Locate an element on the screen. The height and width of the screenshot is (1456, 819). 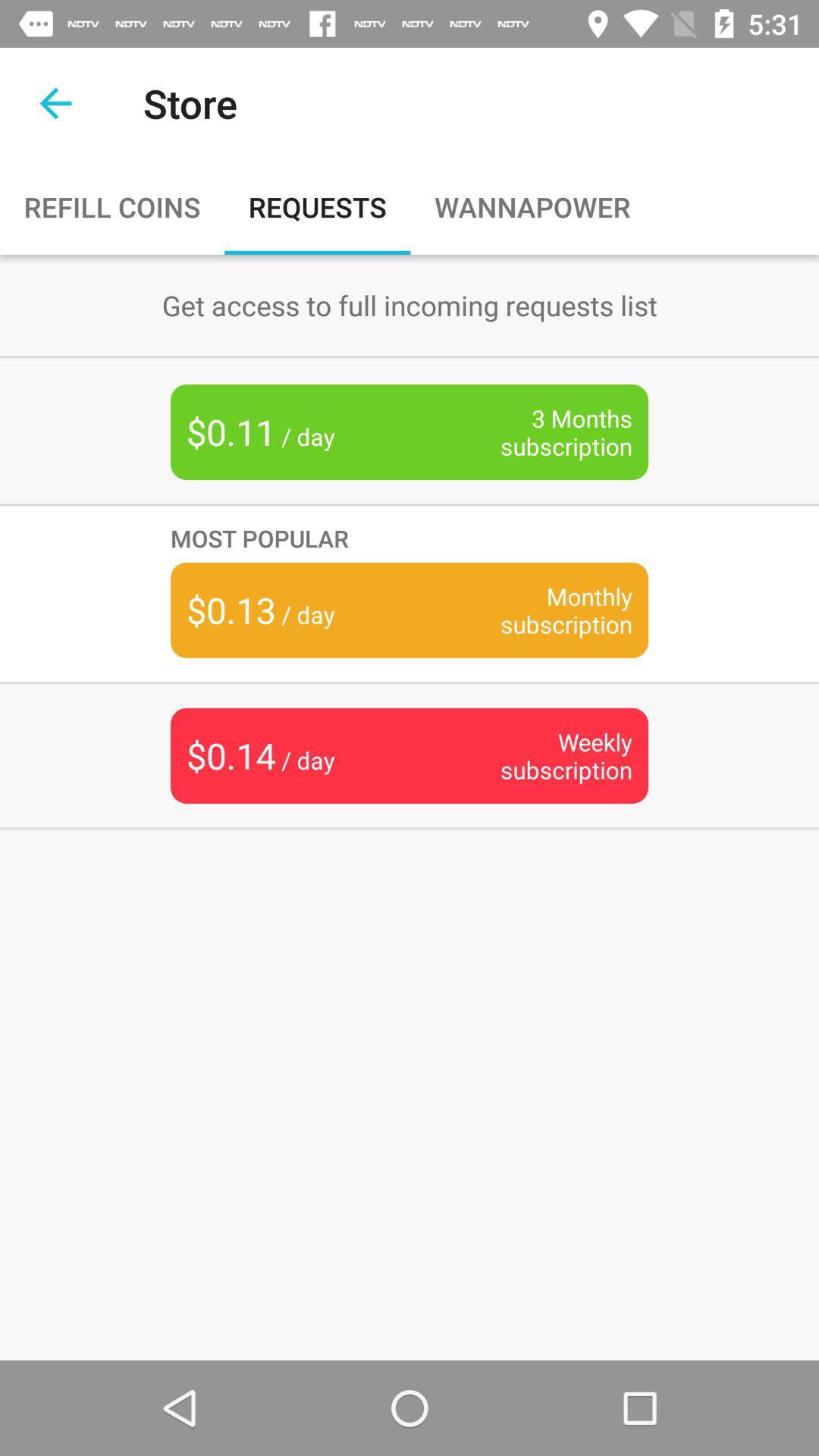
item above the most popular icon is located at coordinates (542, 431).